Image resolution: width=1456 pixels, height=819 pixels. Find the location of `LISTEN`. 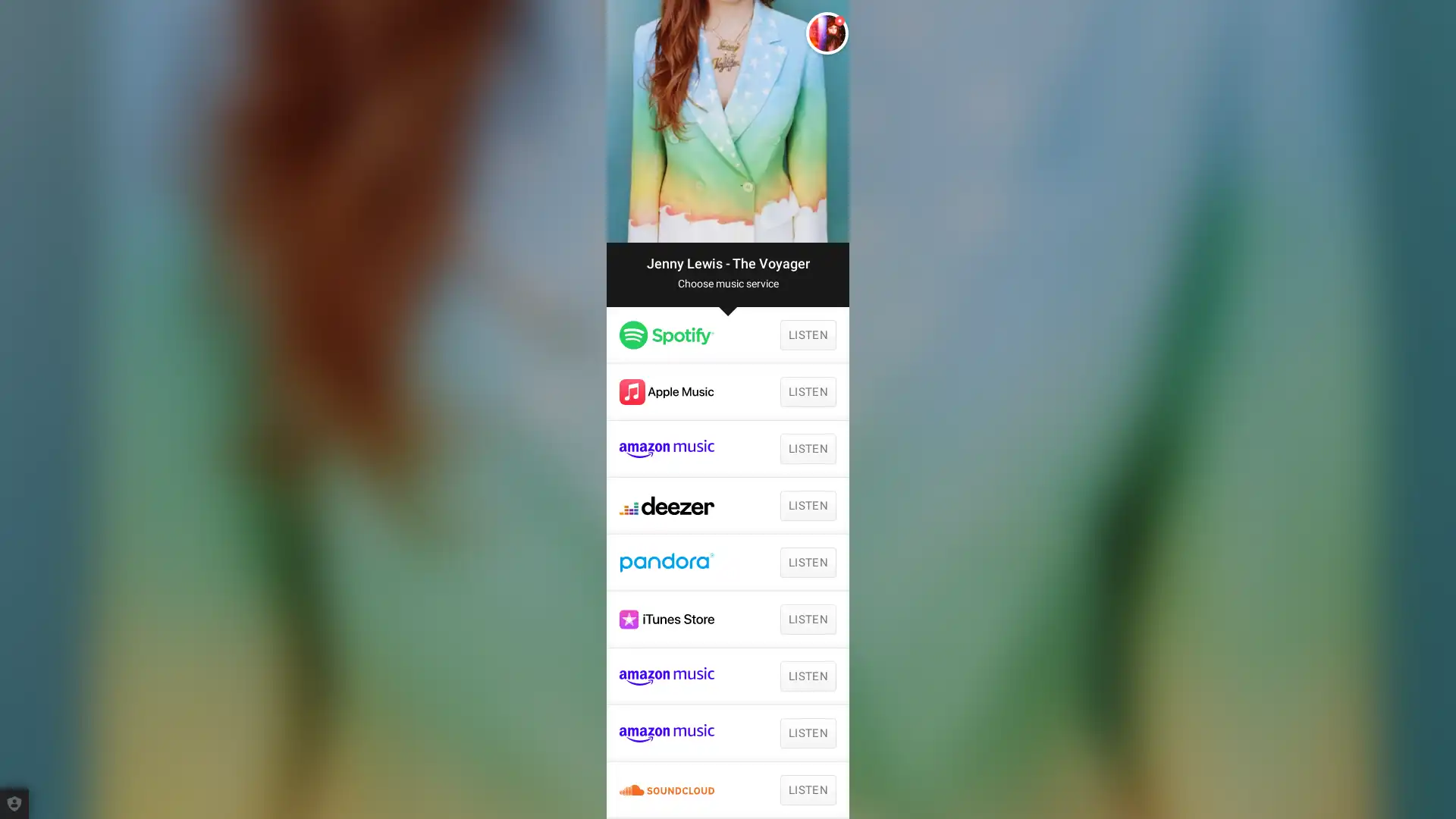

LISTEN is located at coordinates (807, 620).